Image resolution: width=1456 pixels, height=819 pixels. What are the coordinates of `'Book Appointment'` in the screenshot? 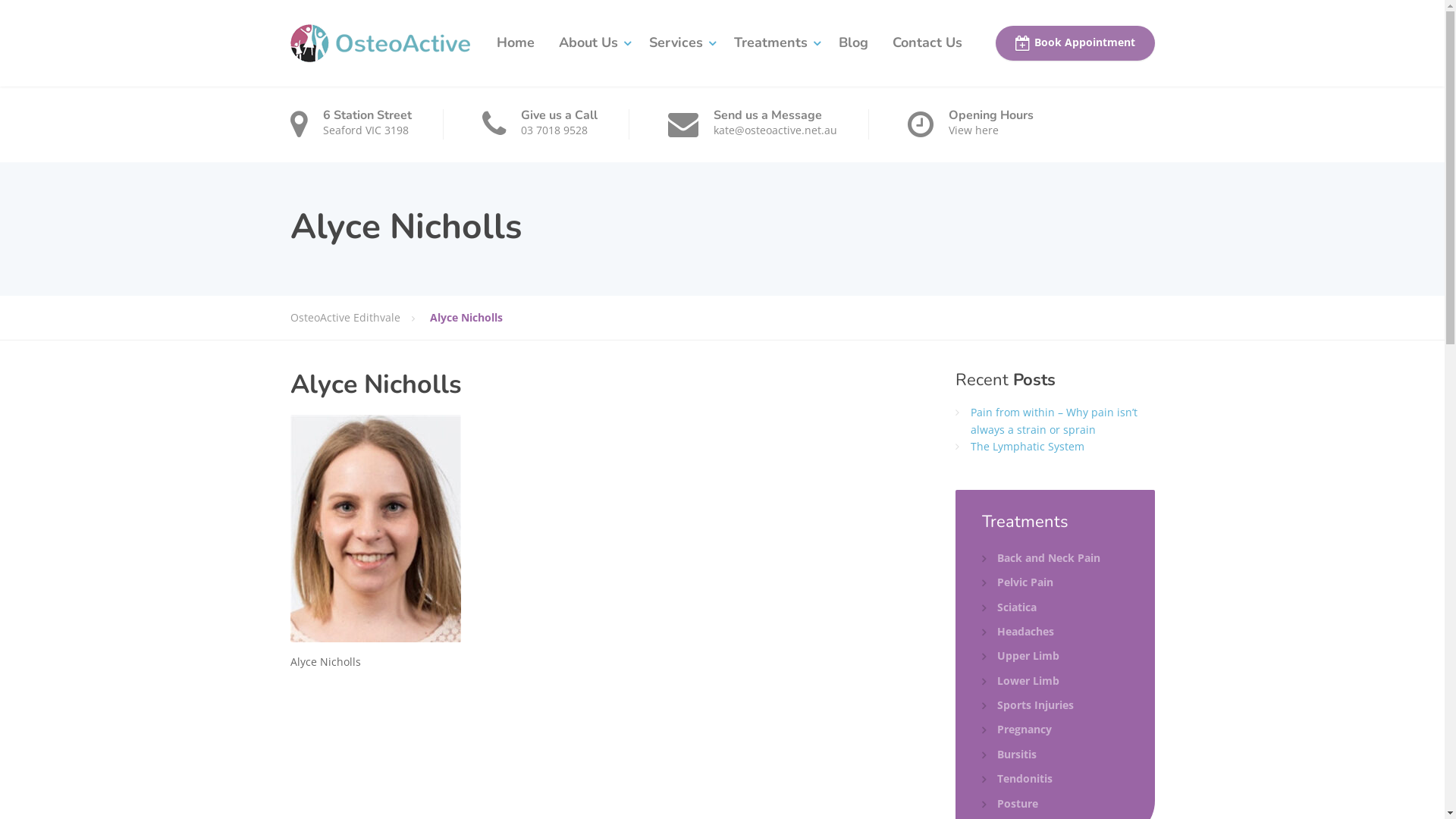 It's located at (1073, 42).